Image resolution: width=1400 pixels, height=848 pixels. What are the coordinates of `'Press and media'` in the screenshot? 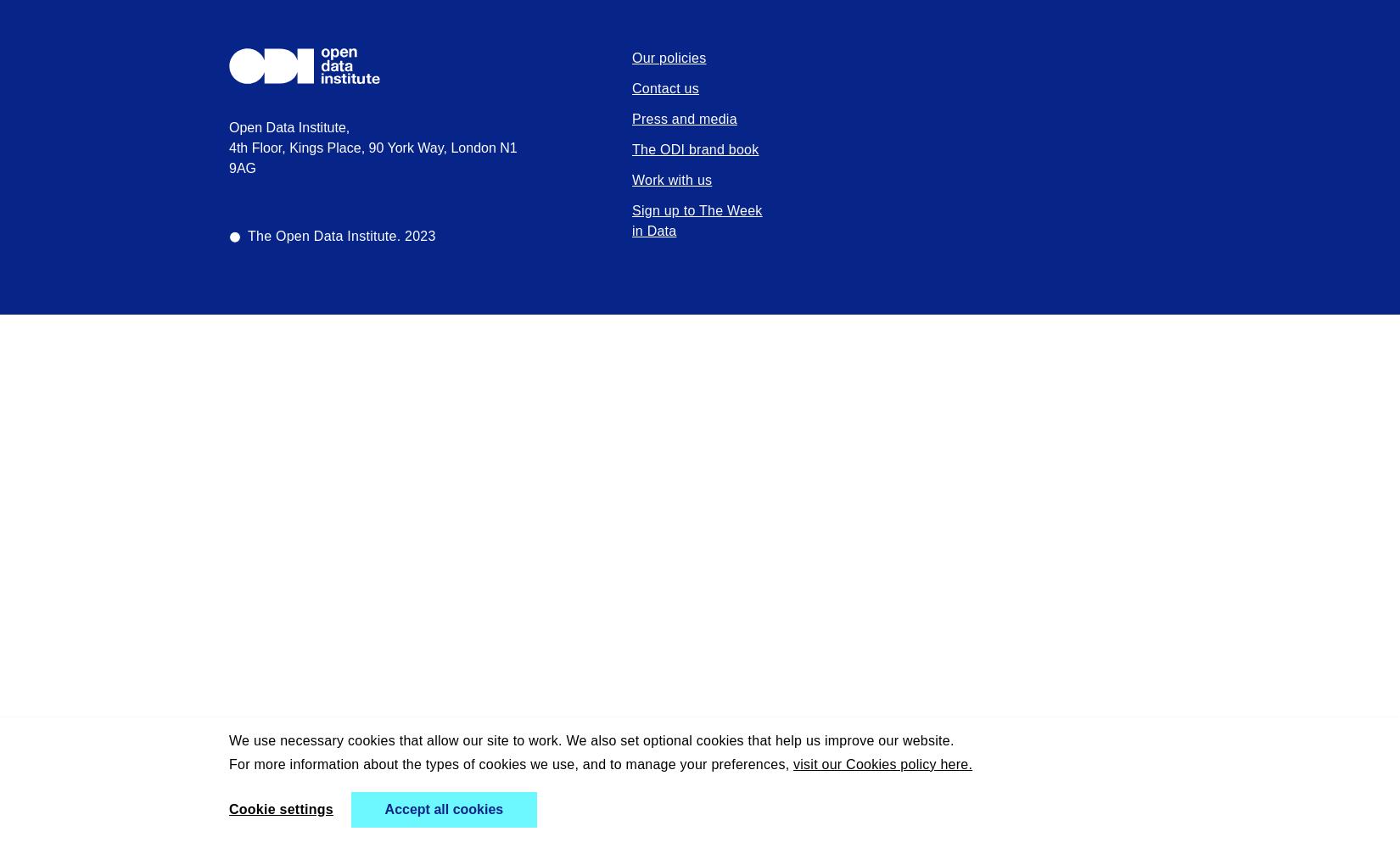 It's located at (683, 119).